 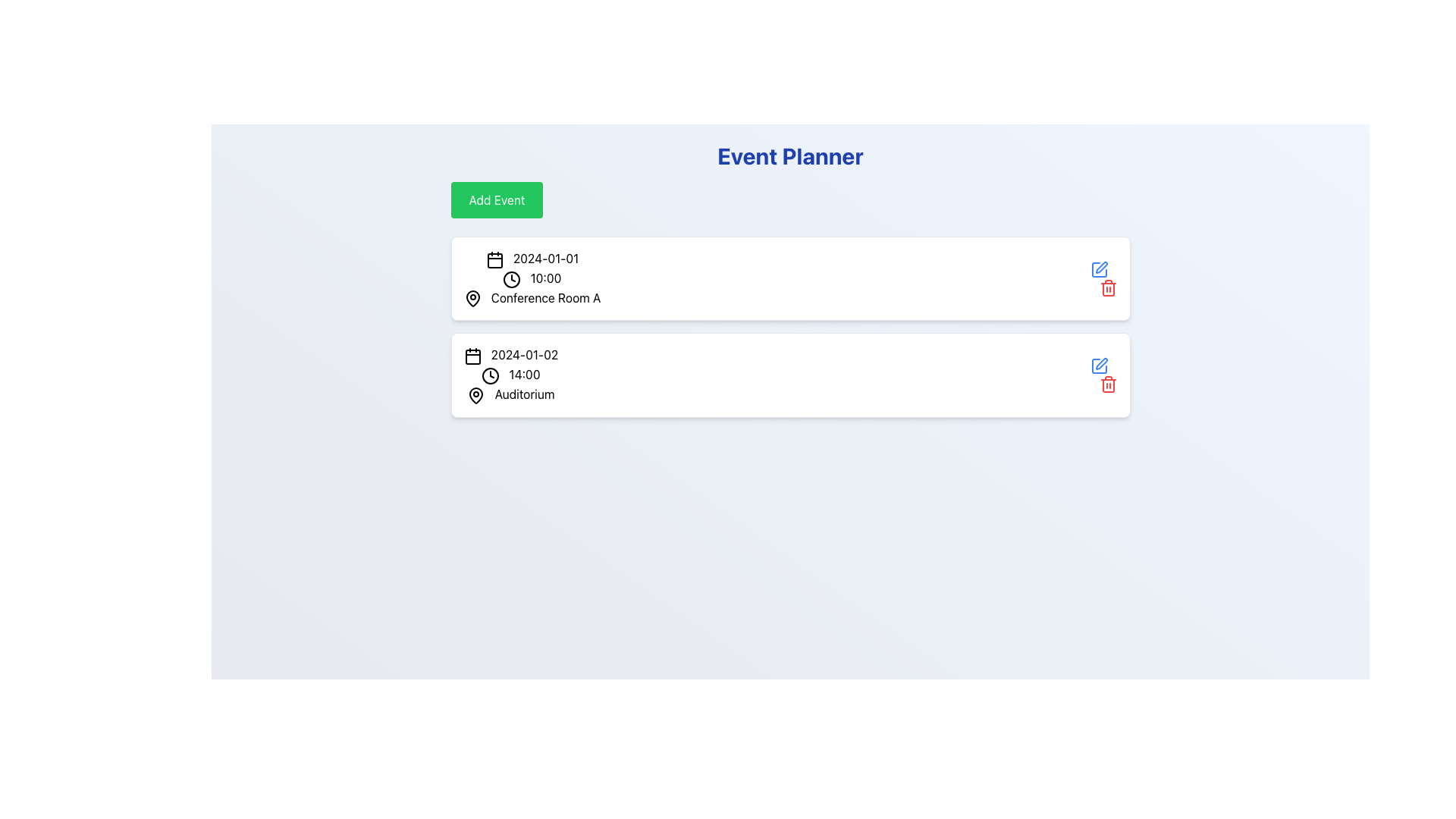 What do you see at coordinates (789, 155) in the screenshot?
I see `the large header text element that reads 'Event Planner', which is styled with a bold font and is located near the top center of the interface` at bounding box center [789, 155].